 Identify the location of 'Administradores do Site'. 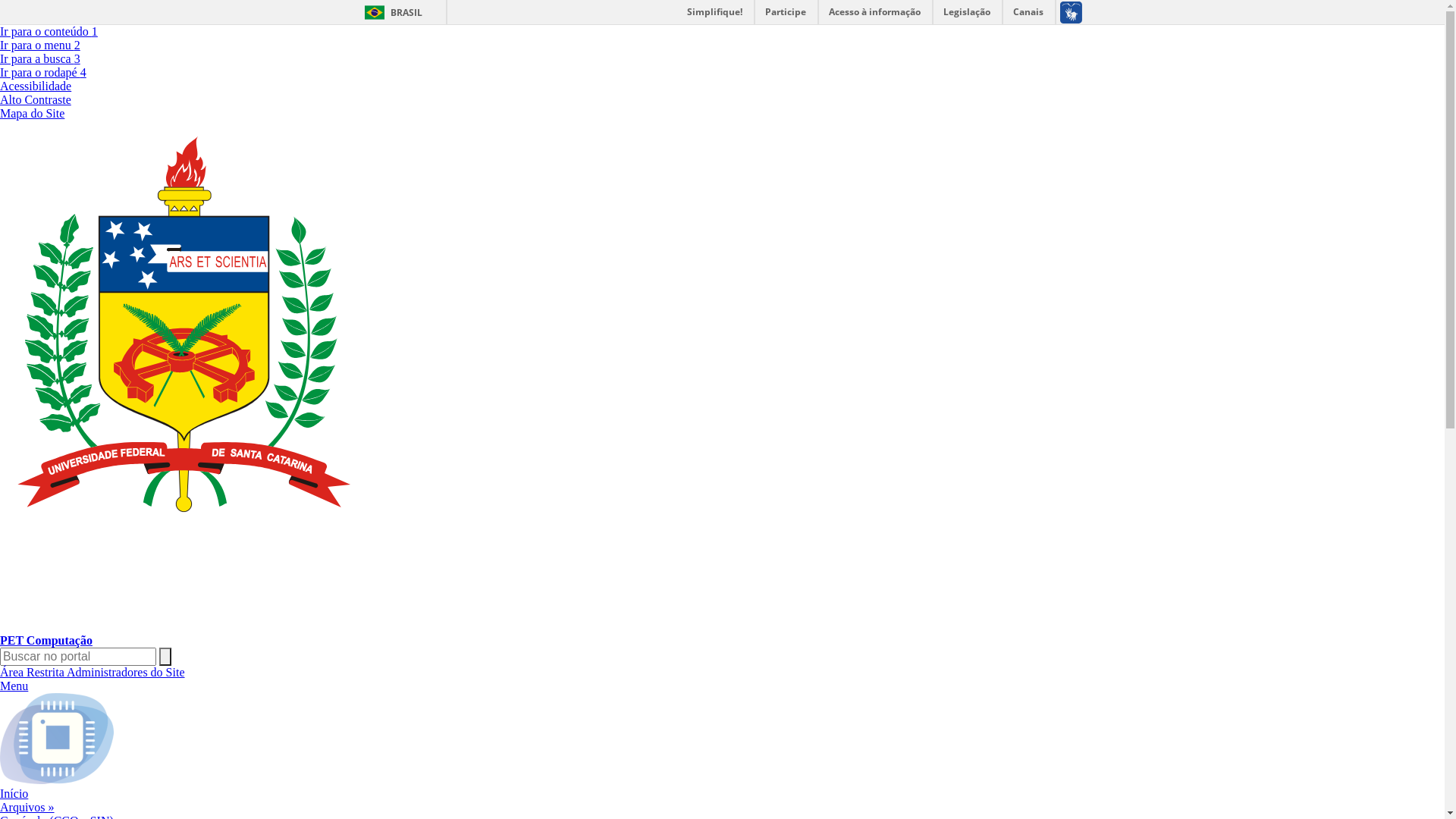
(126, 671).